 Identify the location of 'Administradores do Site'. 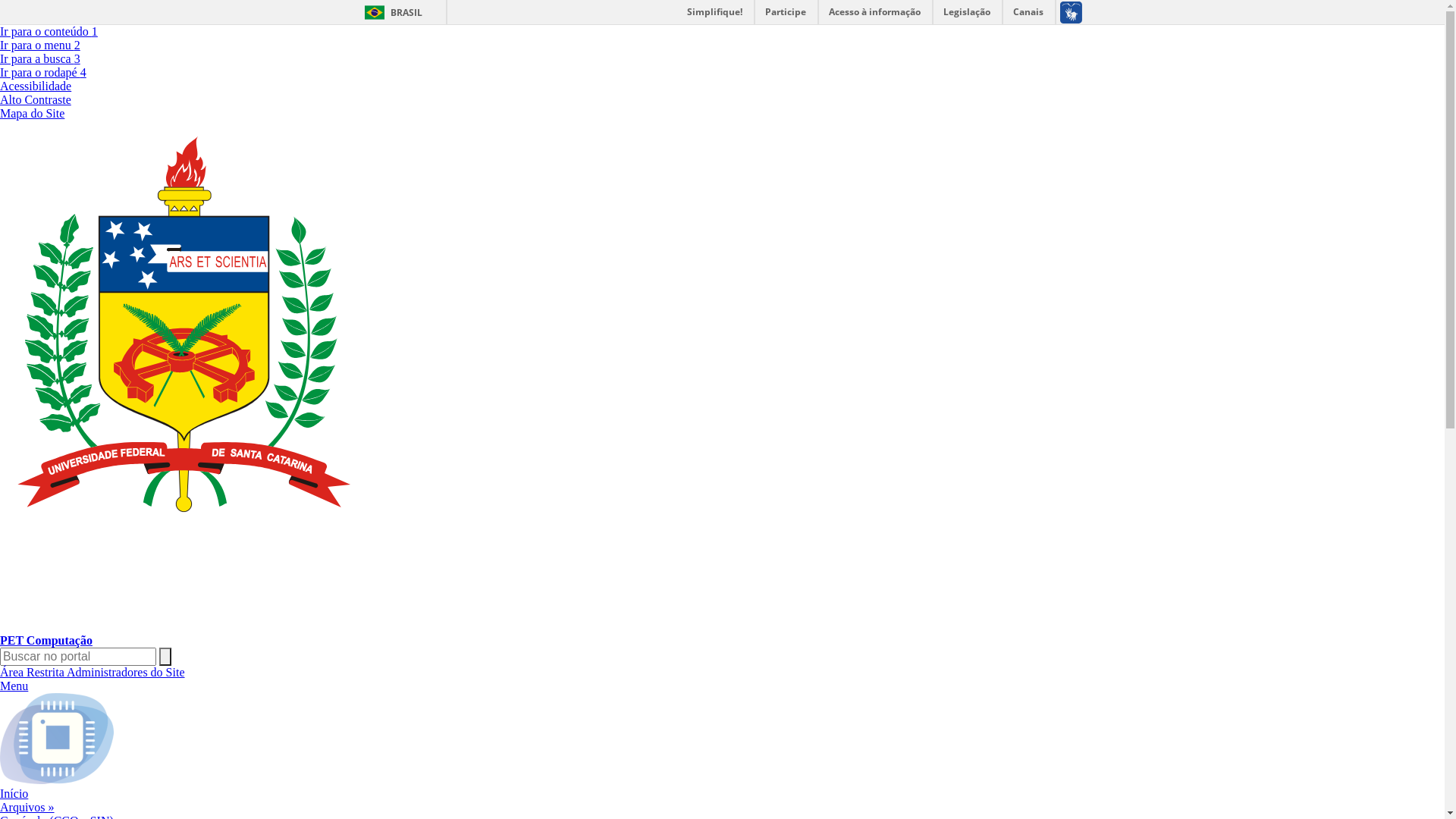
(126, 671).